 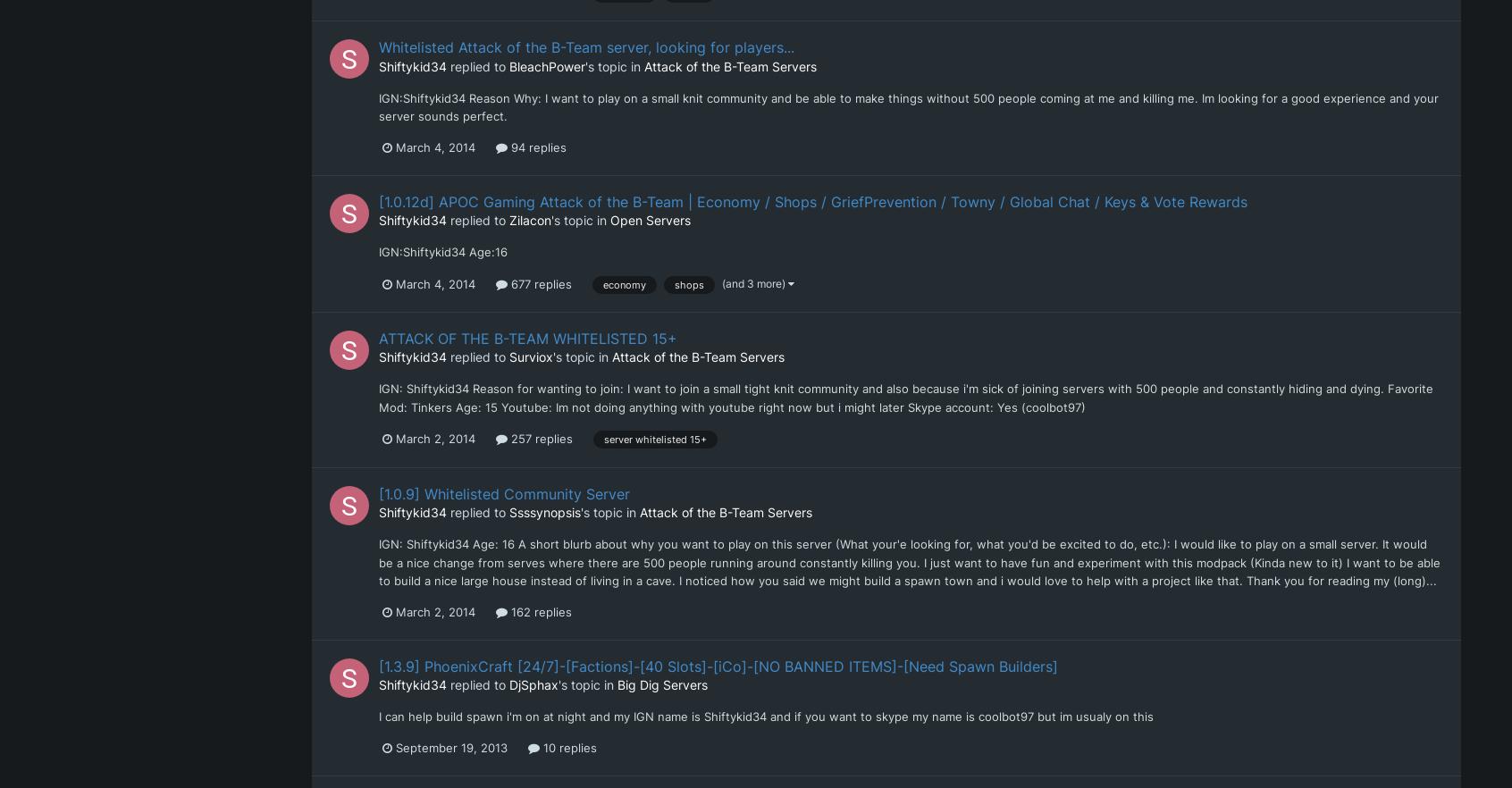 I want to click on 'economy', so click(x=602, y=283).